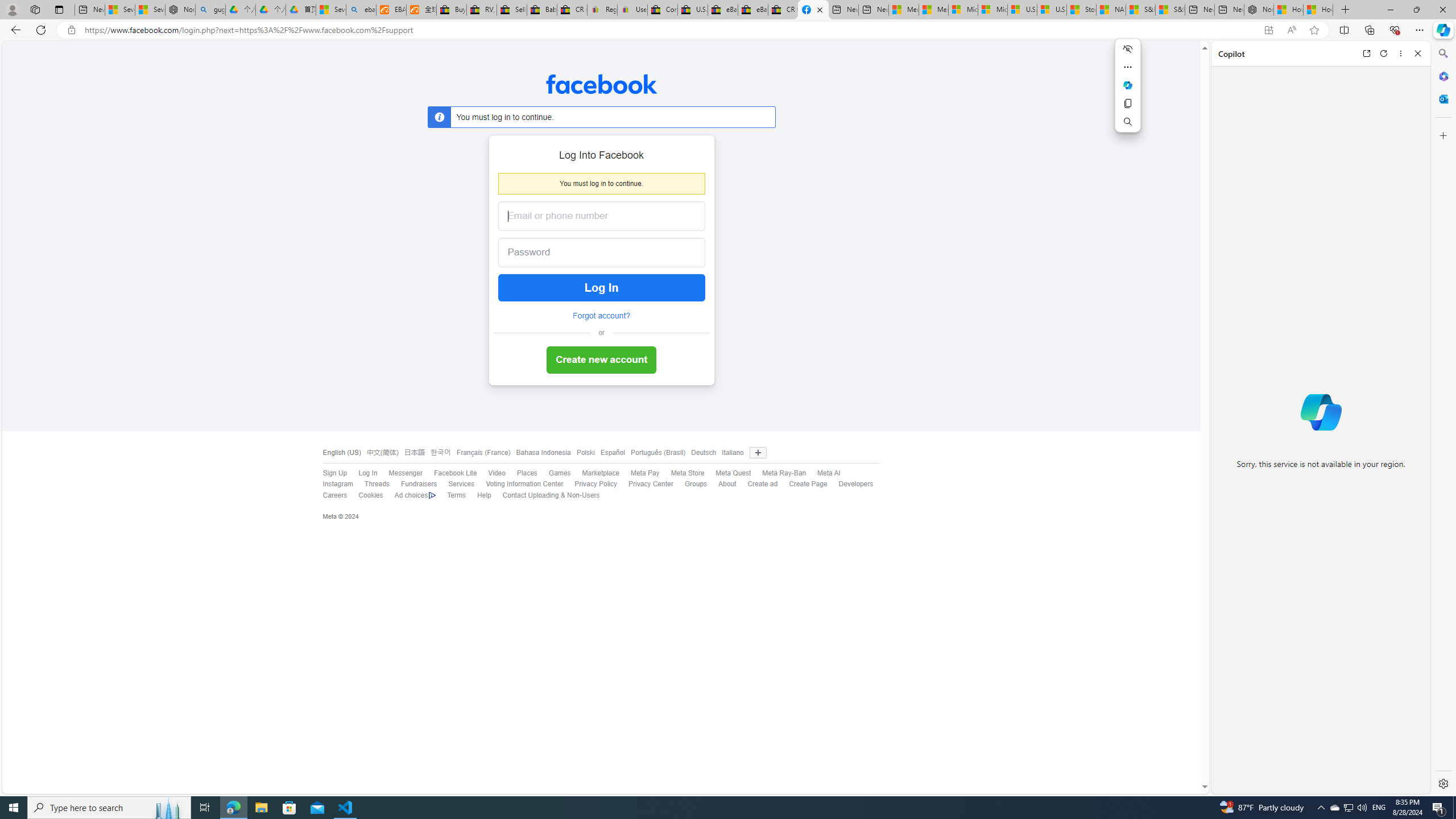 Image resolution: width=1456 pixels, height=819 pixels. I want to click on 'Side bar', so click(1443, 418).